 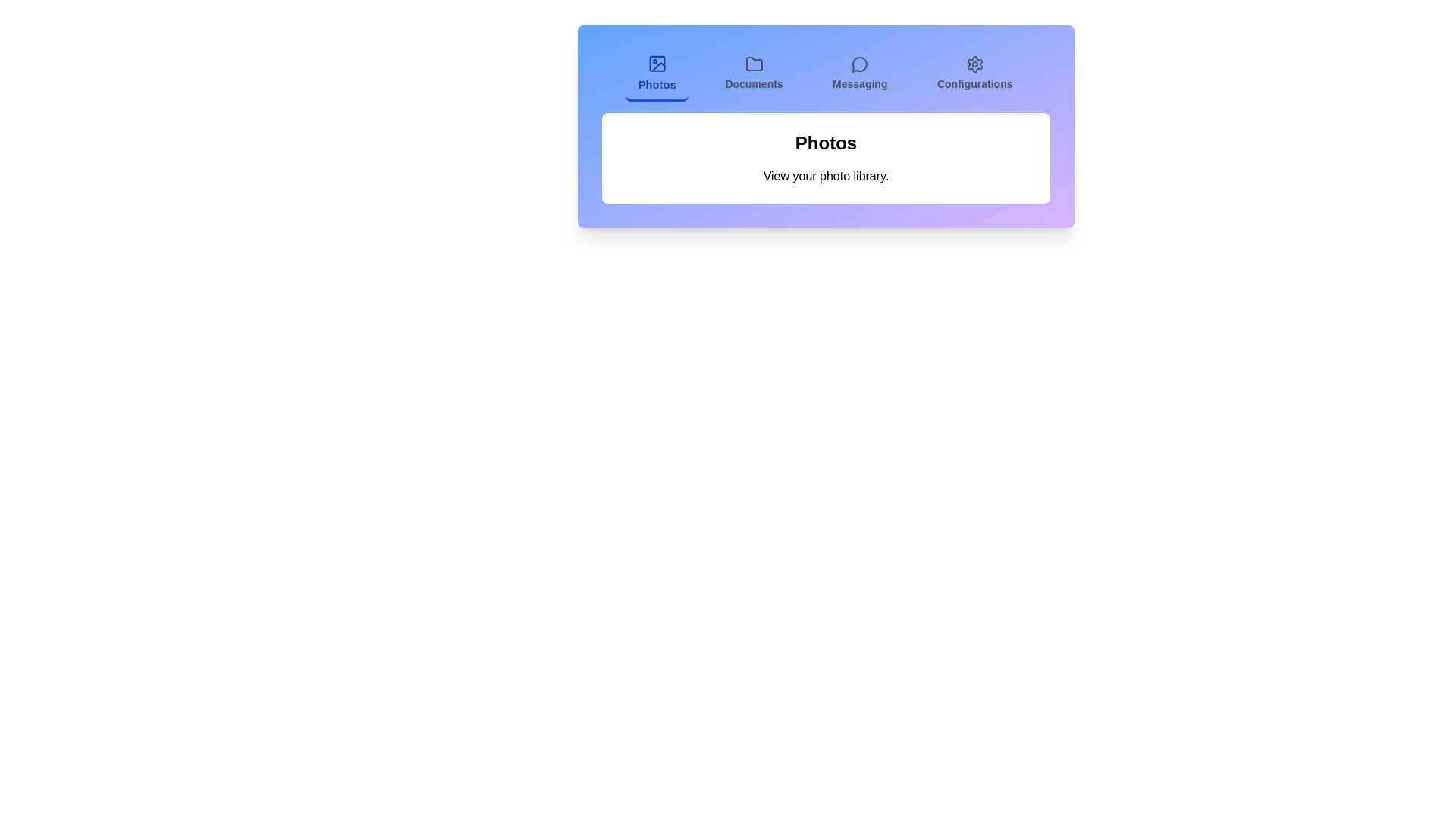 What do you see at coordinates (974, 75) in the screenshot?
I see `the Configurations tab to view its content` at bounding box center [974, 75].